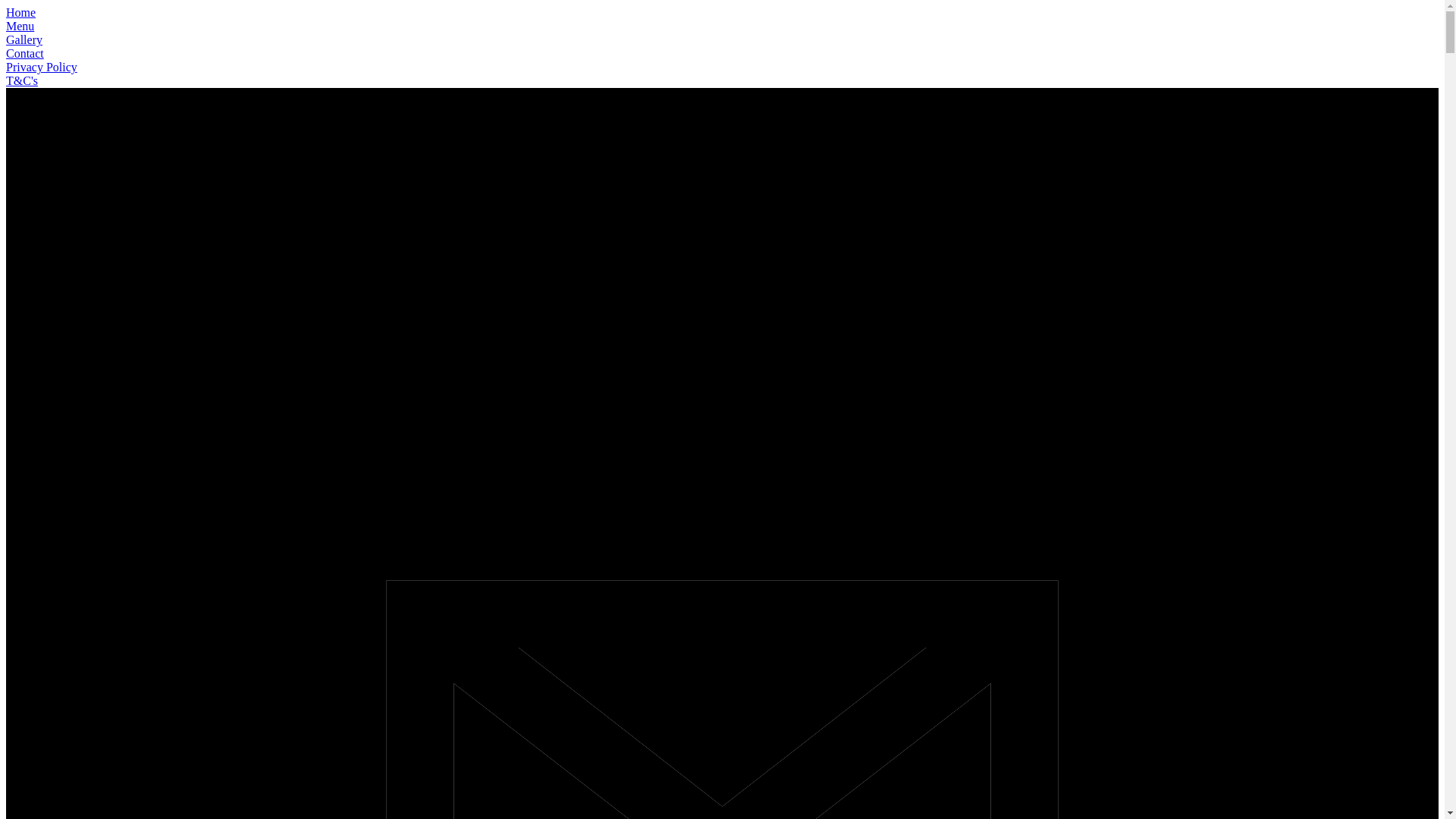 This screenshot has width=1456, height=819. Describe the element at coordinates (20, 26) in the screenshot. I see `'Menu'` at that location.